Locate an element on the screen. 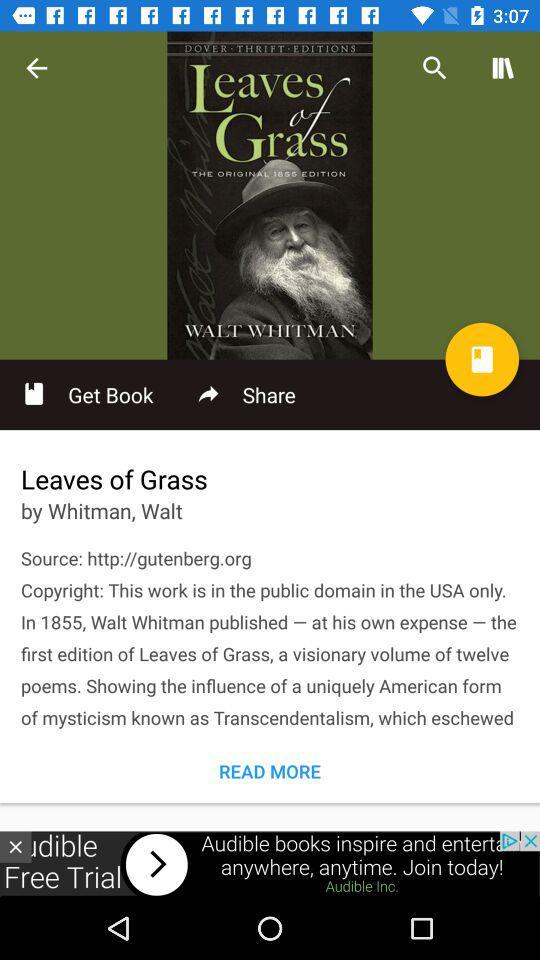 The height and width of the screenshot is (960, 540). the close icon is located at coordinates (14, 846).